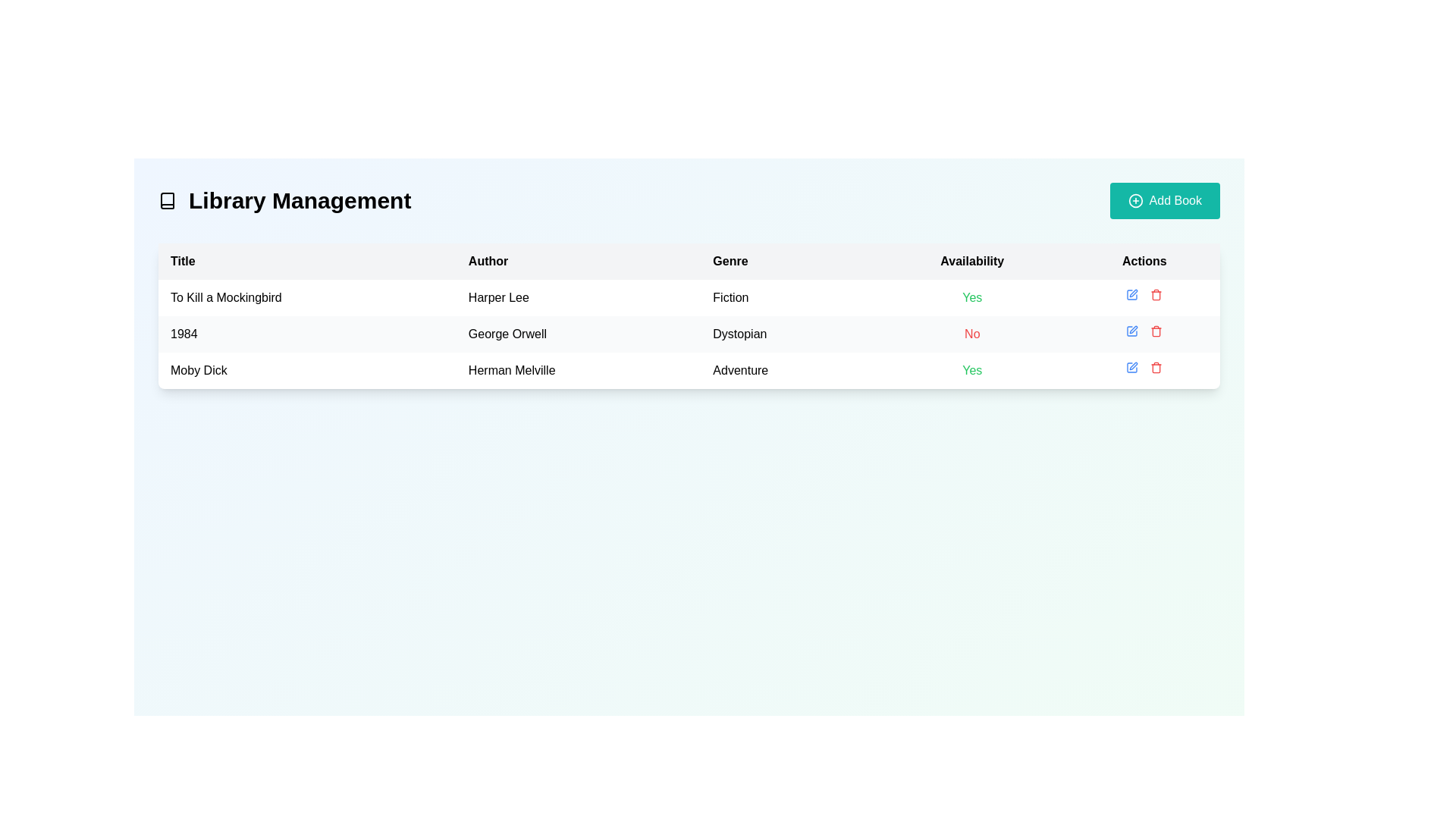 This screenshot has height=819, width=1456. I want to click on the third row of the table in the Library Management page, so click(688, 371).